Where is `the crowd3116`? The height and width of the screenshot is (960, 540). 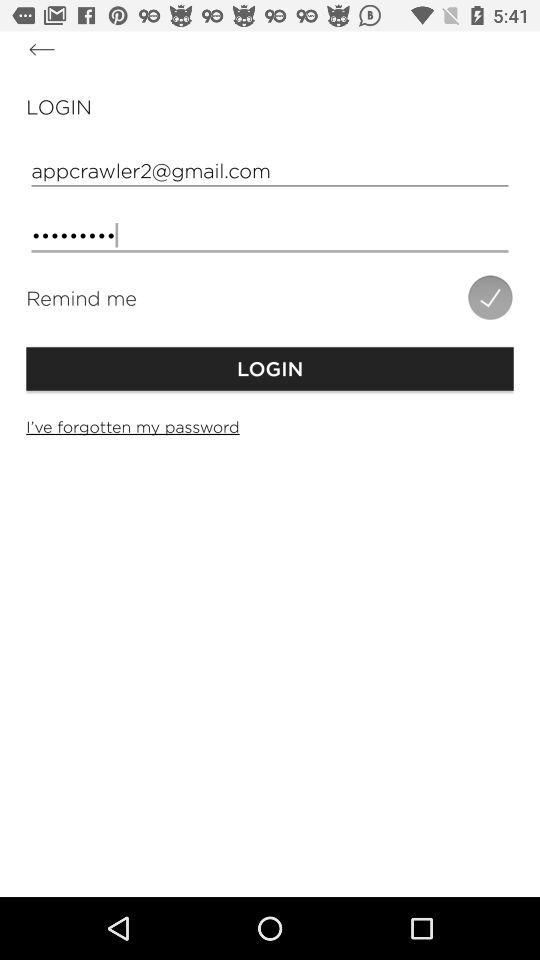
the crowd3116 is located at coordinates (270, 235).